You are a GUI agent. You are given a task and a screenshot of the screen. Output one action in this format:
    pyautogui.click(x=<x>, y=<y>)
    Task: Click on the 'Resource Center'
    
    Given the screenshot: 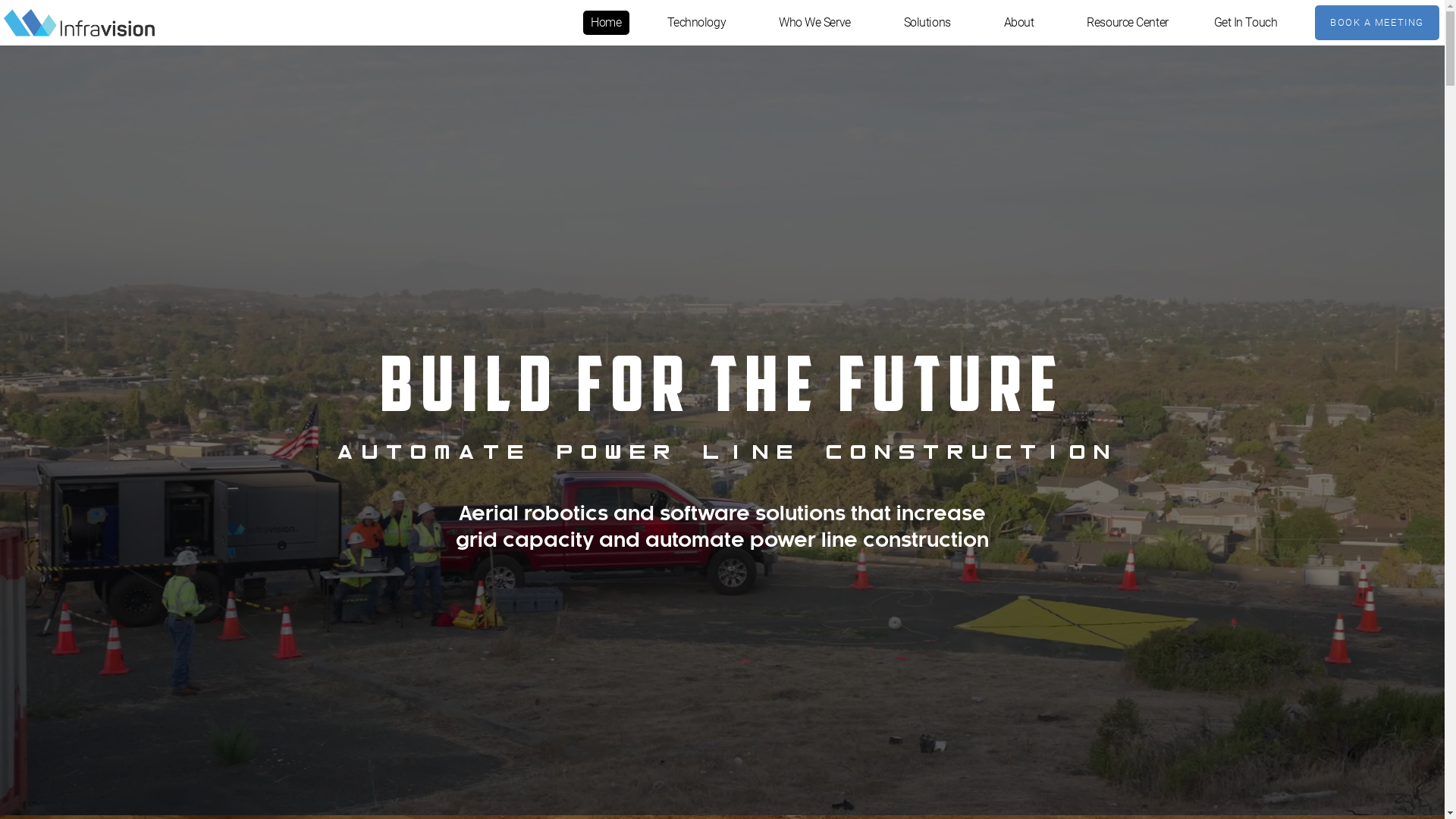 What is the action you would take?
    pyautogui.click(x=1127, y=23)
    